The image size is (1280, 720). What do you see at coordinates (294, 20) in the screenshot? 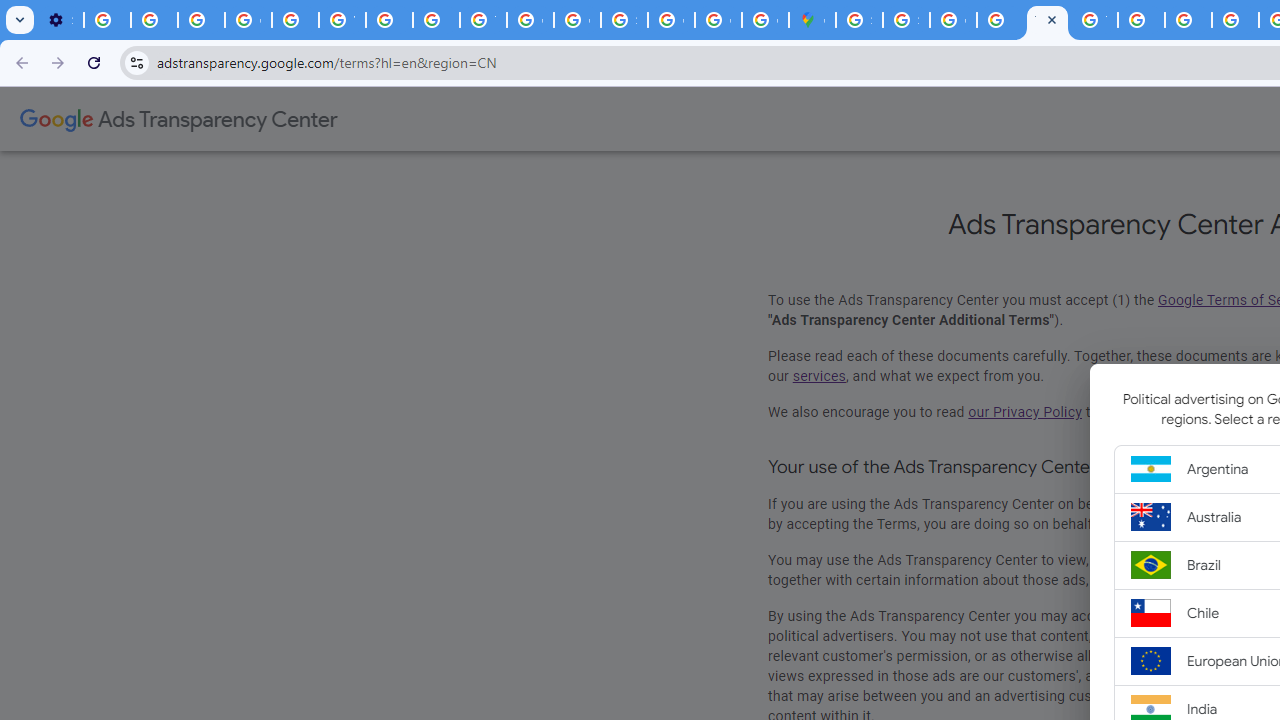
I see `'Privacy Help Center - Policies Help'` at bounding box center [294, 20].